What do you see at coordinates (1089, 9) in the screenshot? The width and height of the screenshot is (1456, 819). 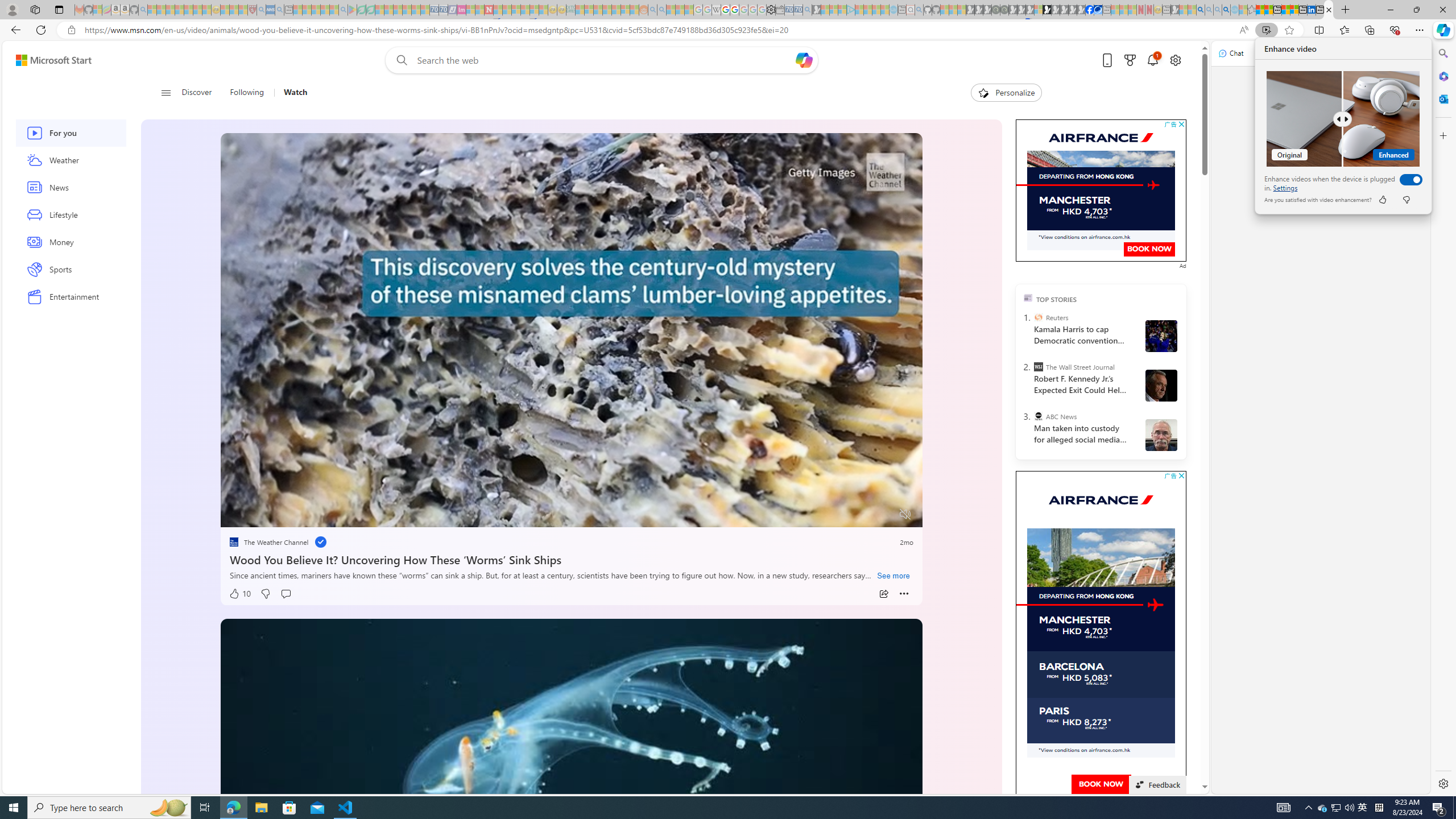 I see `'Nordace | Facebook'` at bounding box center [1089, 9].